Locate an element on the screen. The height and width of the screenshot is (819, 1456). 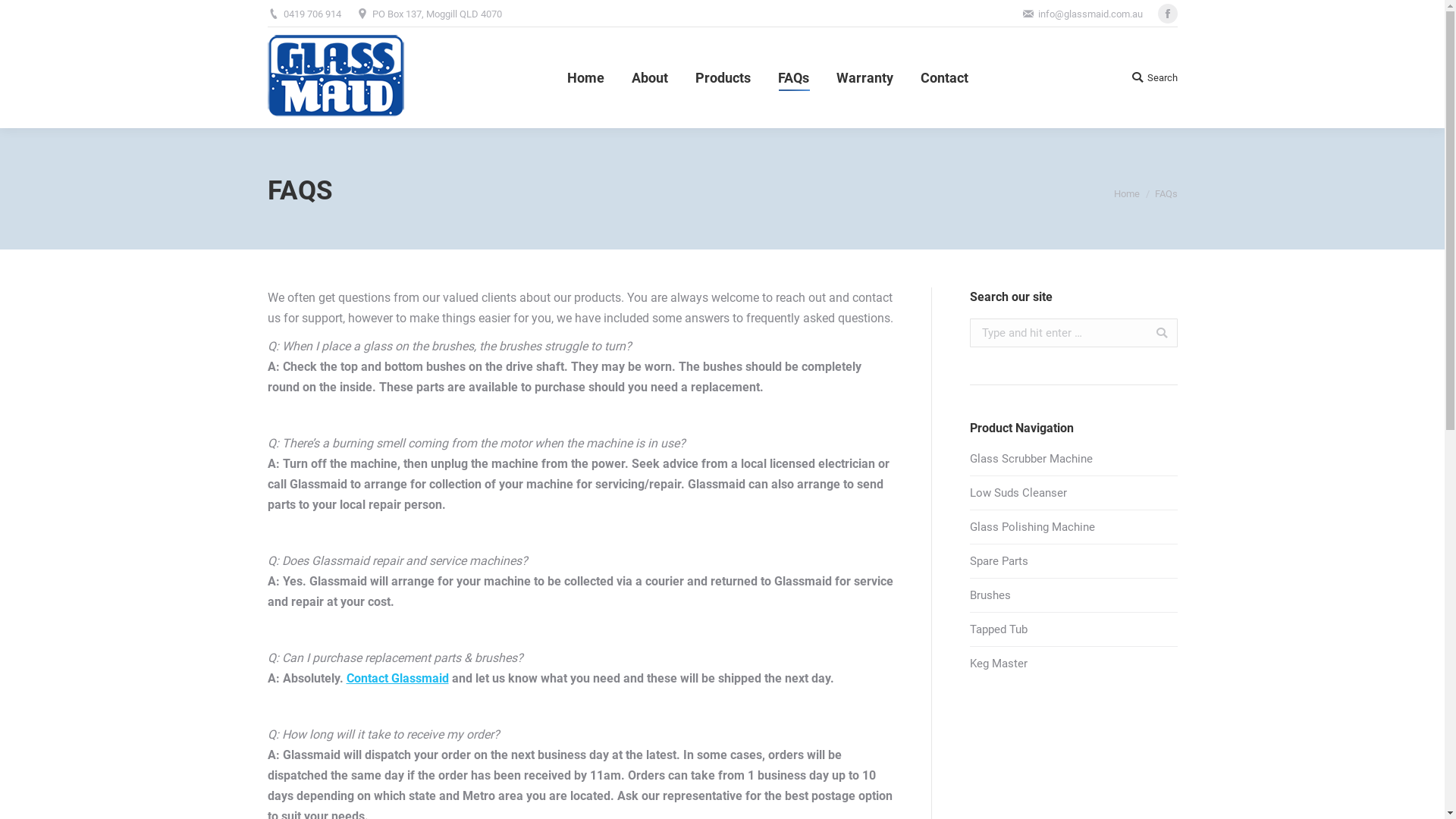
'Contact Glassmaid' is located at coordinates (397, 677).